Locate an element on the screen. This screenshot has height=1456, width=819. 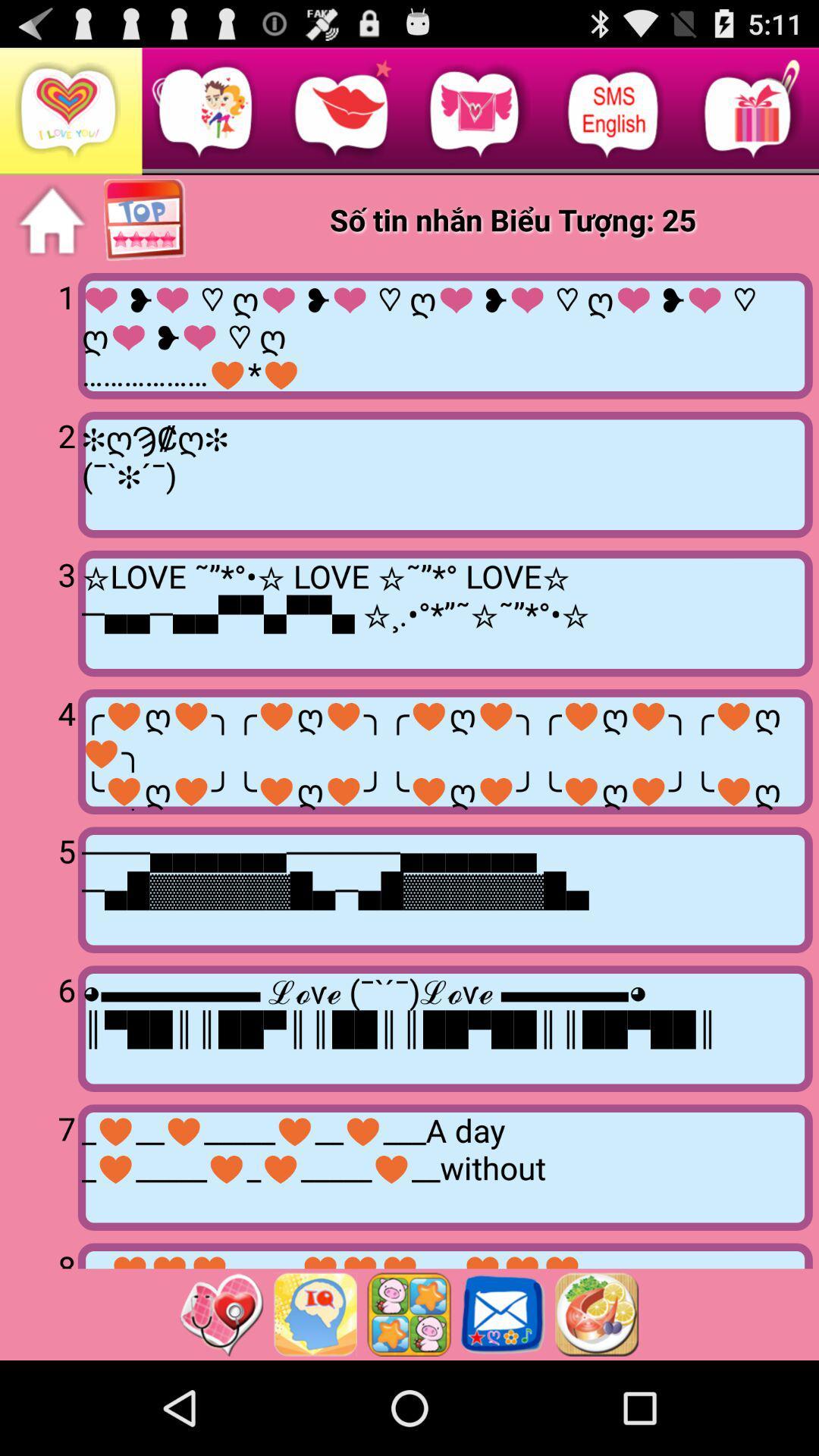
the item above the 8 is located at coordinates (41, 1165).